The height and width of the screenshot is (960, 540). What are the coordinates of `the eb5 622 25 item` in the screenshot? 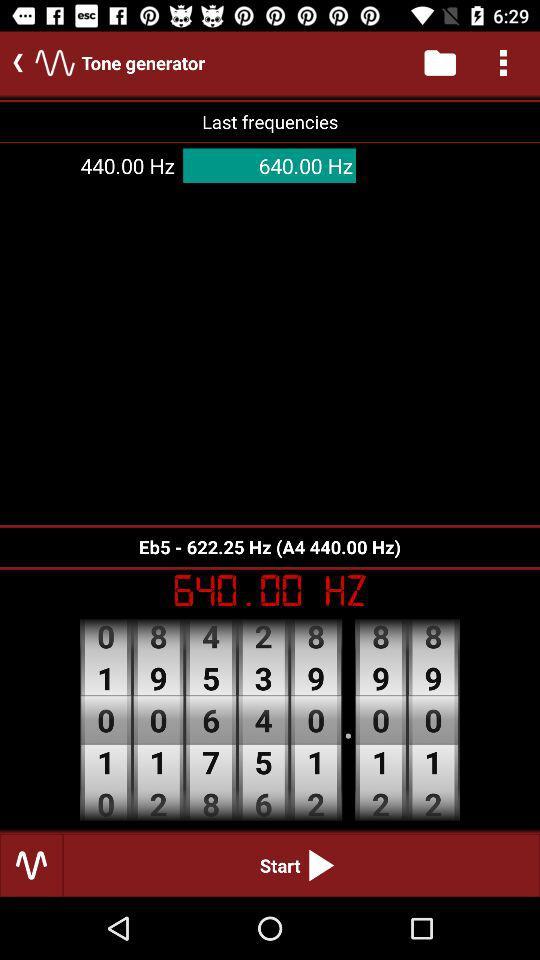 It's located at (270, 547).